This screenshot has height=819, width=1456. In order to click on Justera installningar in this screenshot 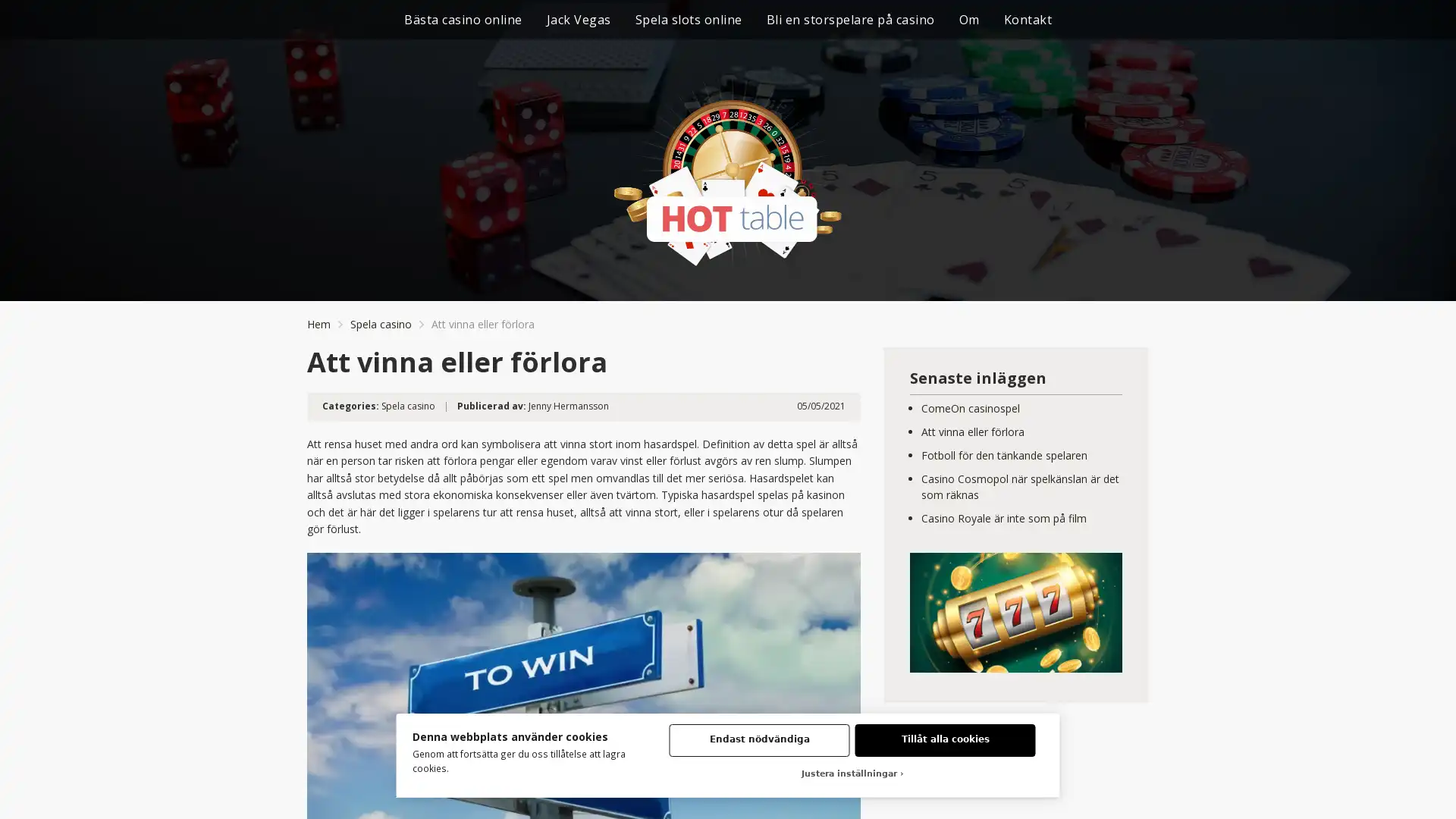, I will do `click(852, 774)`.